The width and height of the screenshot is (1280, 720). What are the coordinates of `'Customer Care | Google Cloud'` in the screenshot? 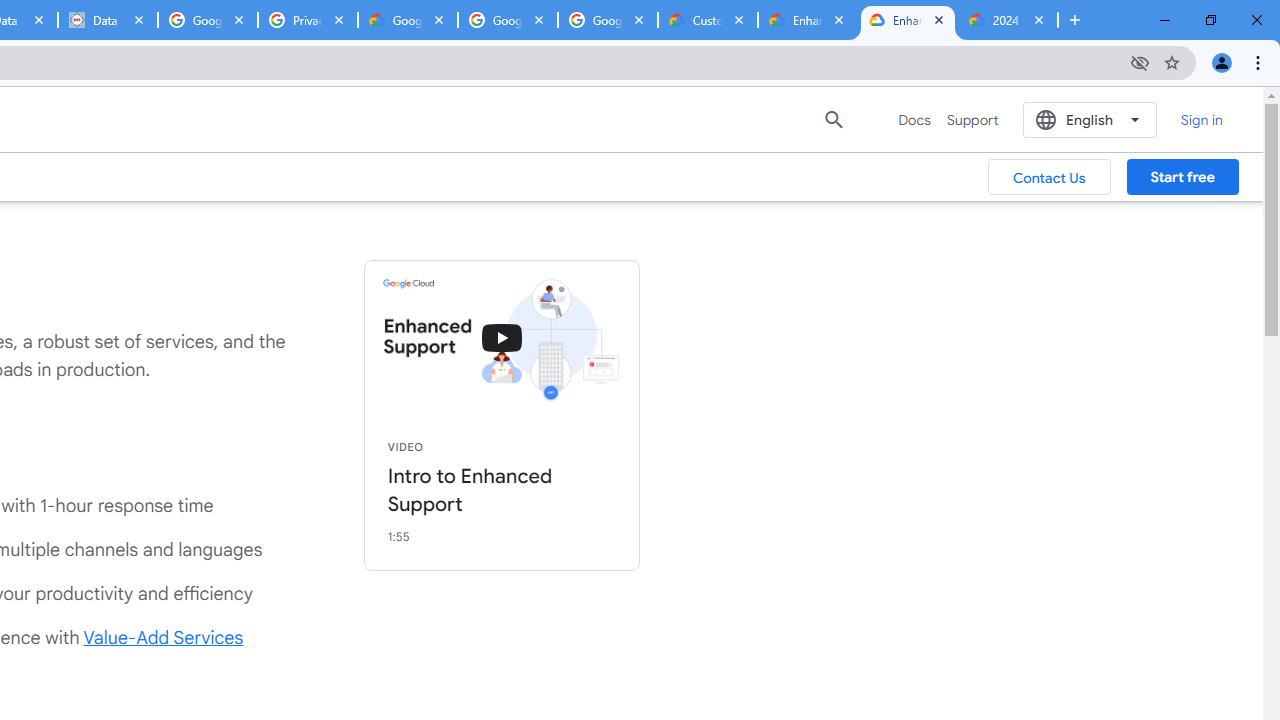 It's located at (707, 20).